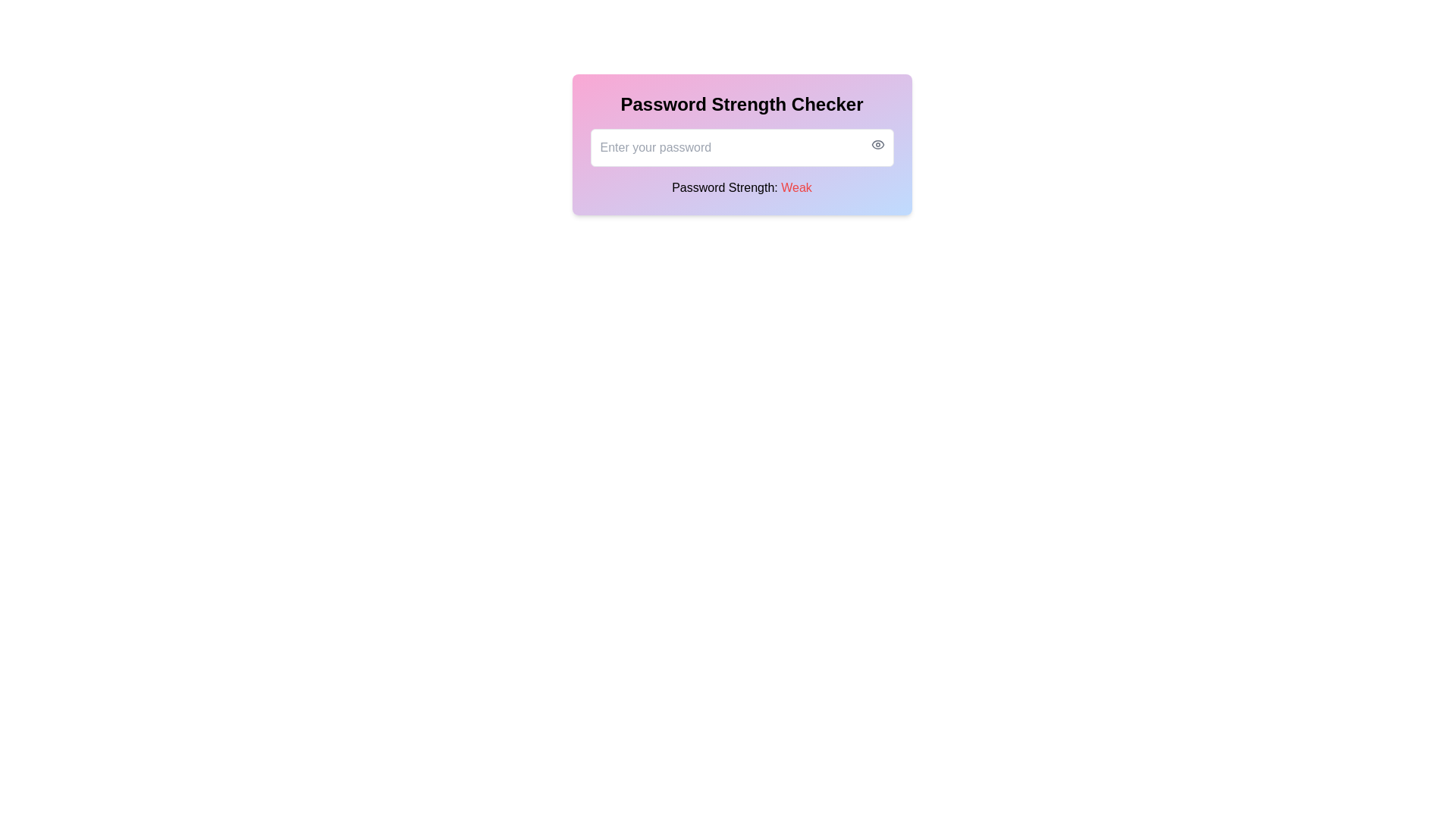 The image size is (1456, 819). What do you see at coordinates (742, 104) in the screenshot?
I see `text label heading 'Password Strength Checker' which serves as the title for the interface, indicating its primary purpose to the user` at bounding box center [742, 104].